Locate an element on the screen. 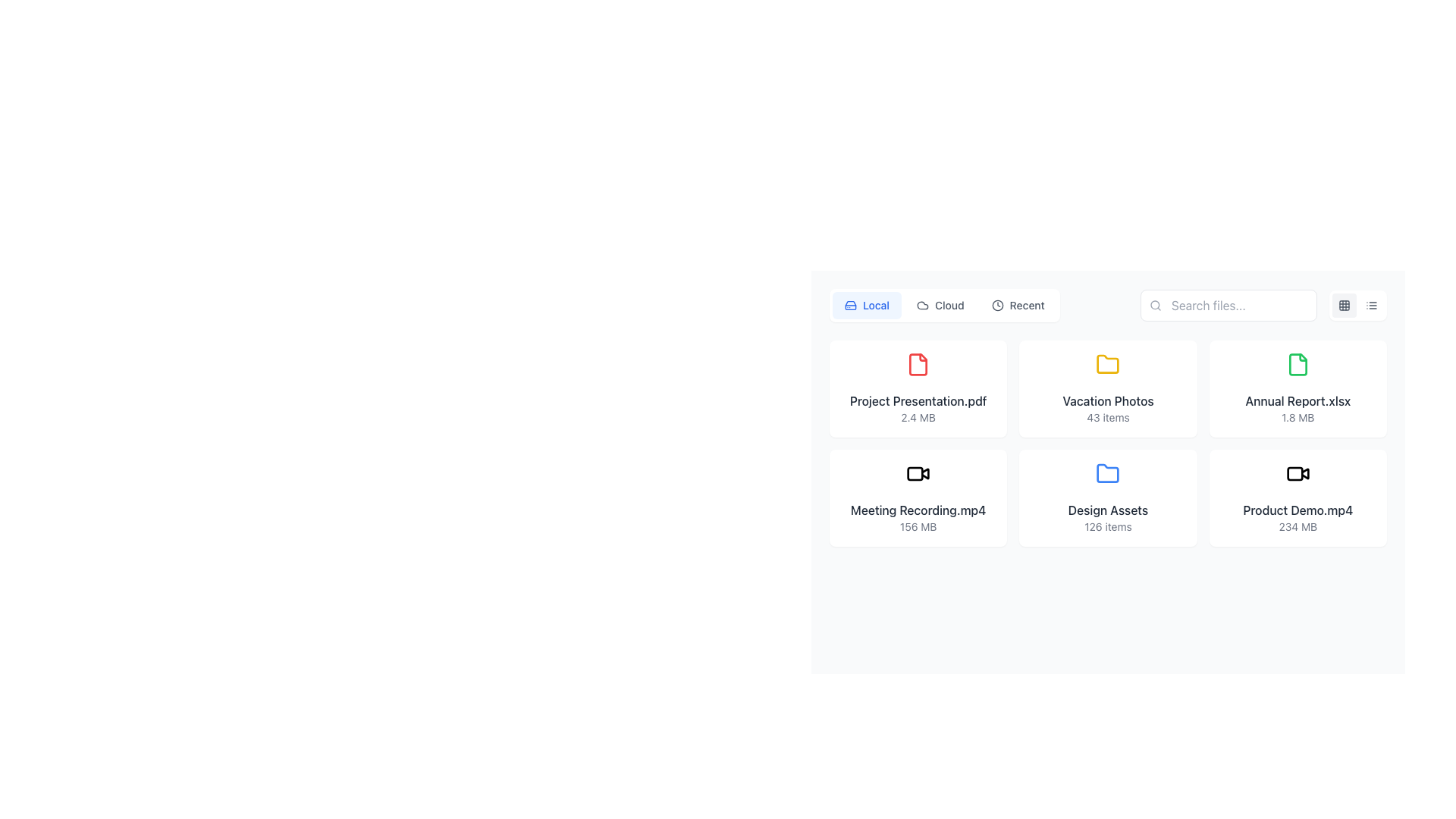 The image size is (1456, 819). the File preview component for 'Meeting Recording.mp4' in the second column of the second row is located at coordinates (918, 497).